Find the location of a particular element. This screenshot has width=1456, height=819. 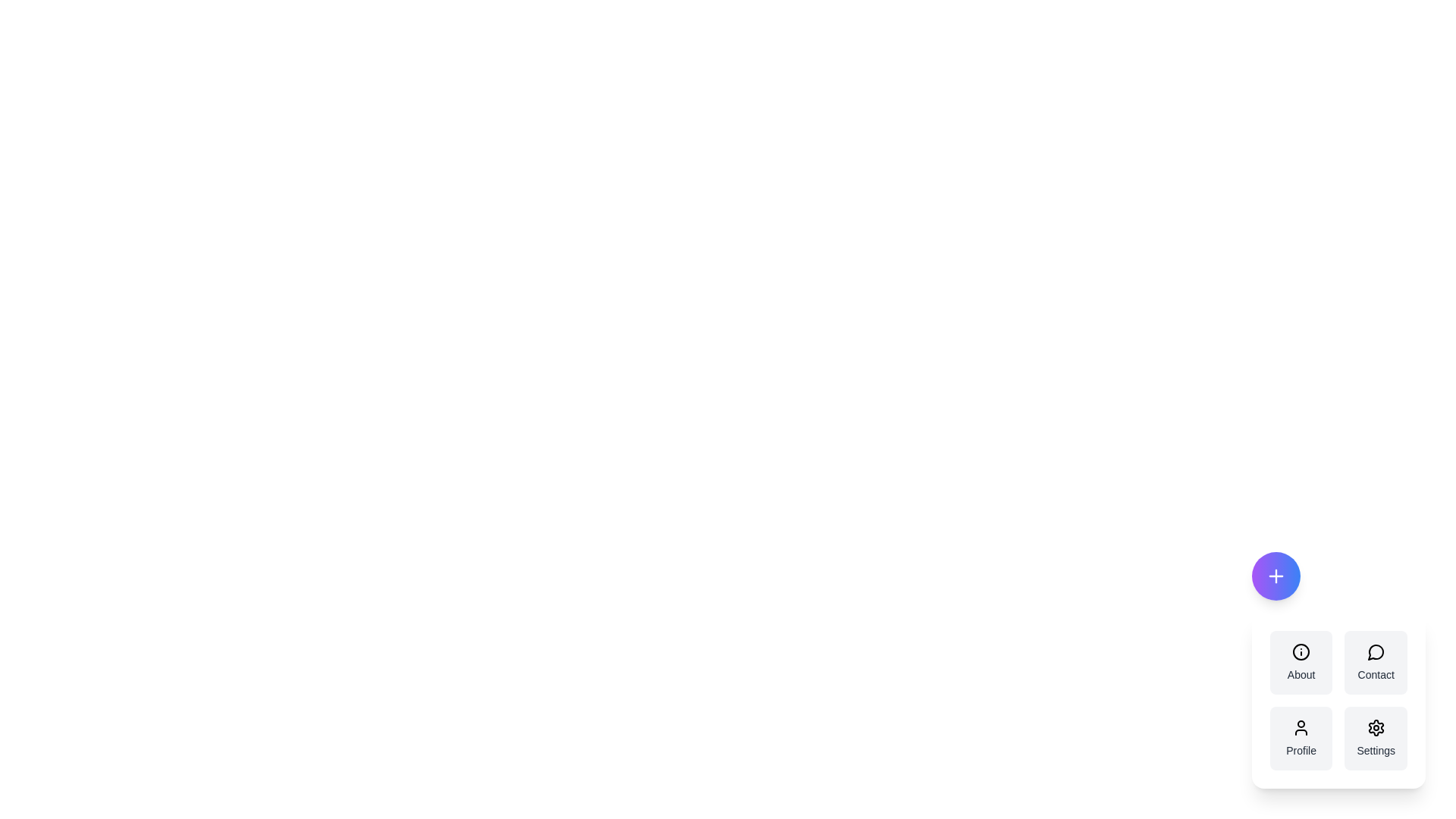

the speed dial button to observe the hover effect is located at coordinates (1275, 576).